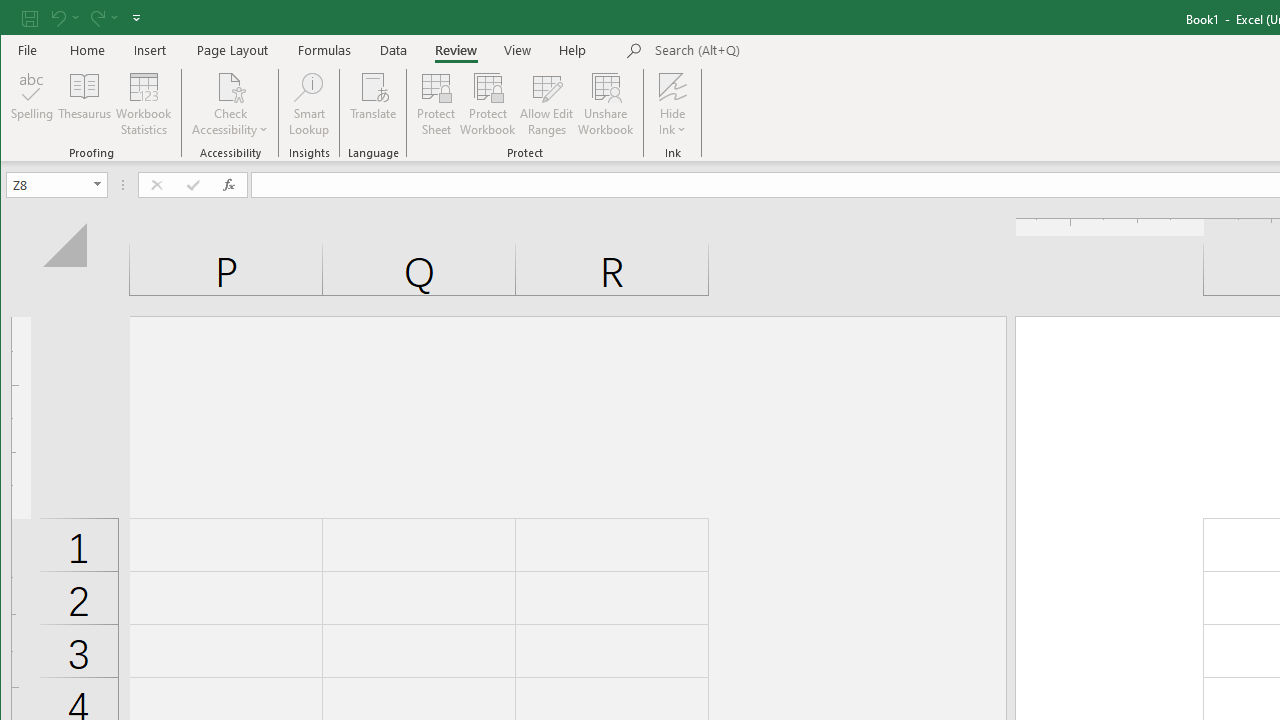 The image size is (1280, 720). What do you see at coordinates (95, 17) in the screenshot?
I see `'Redo'` at bounding box center [95, 17].